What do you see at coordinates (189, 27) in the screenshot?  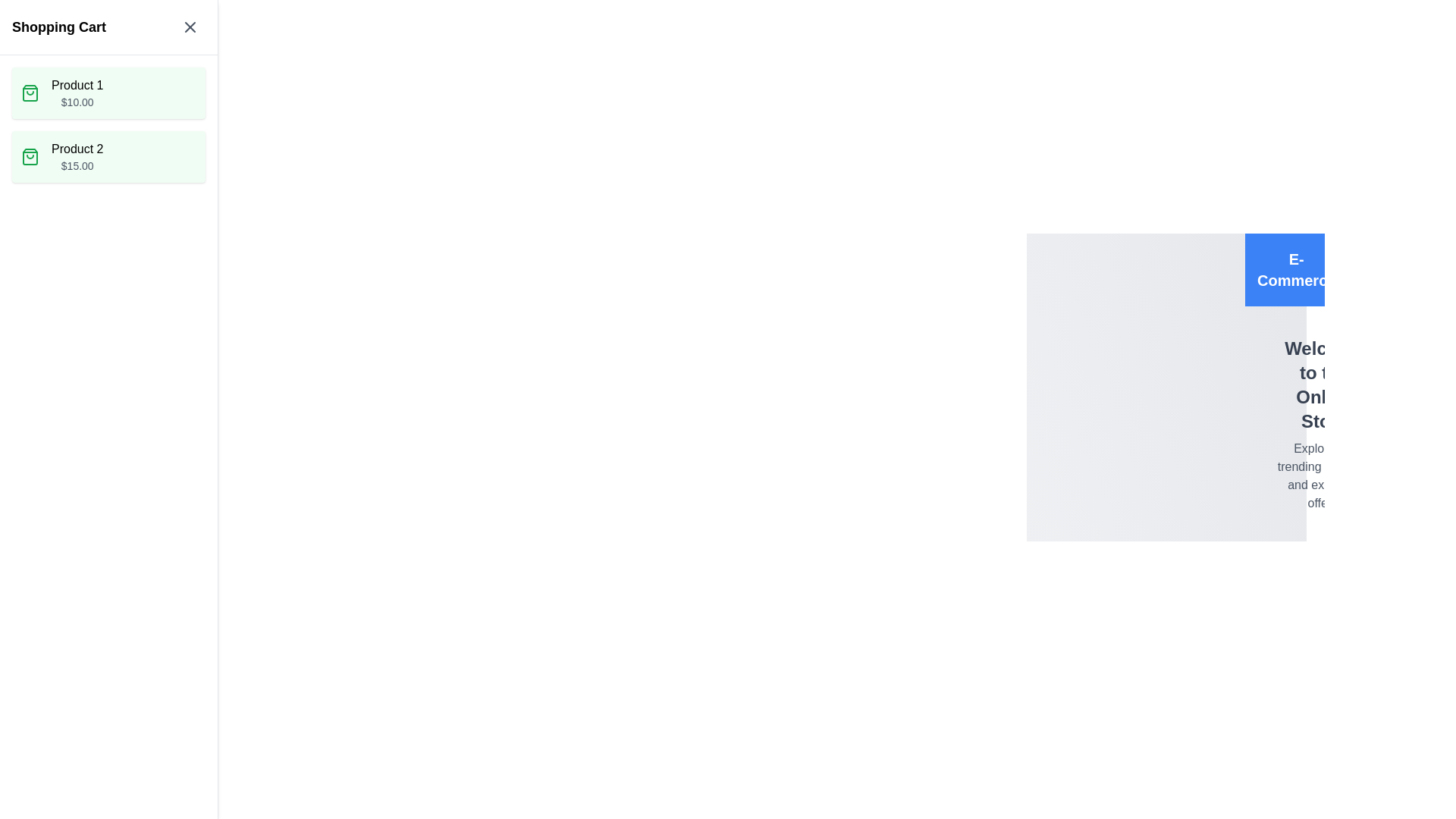 I see `the close button icon located in the top-right corner of the 'Shopping Cart' panel` at bounding box center [189, 27].